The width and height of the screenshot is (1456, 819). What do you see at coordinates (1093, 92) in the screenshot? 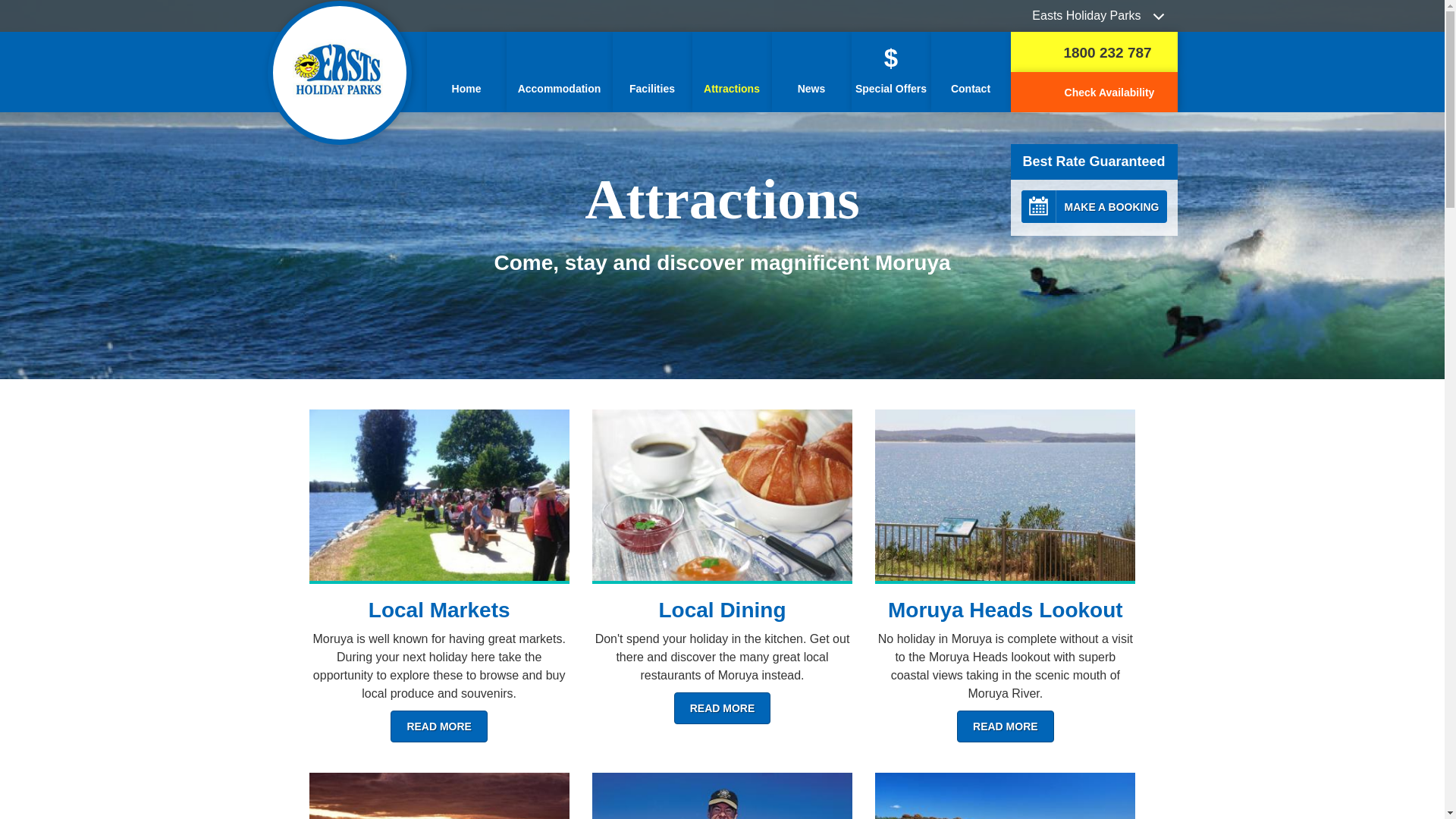
I see `'Check Availability'` at bounding box center [1093, 92].